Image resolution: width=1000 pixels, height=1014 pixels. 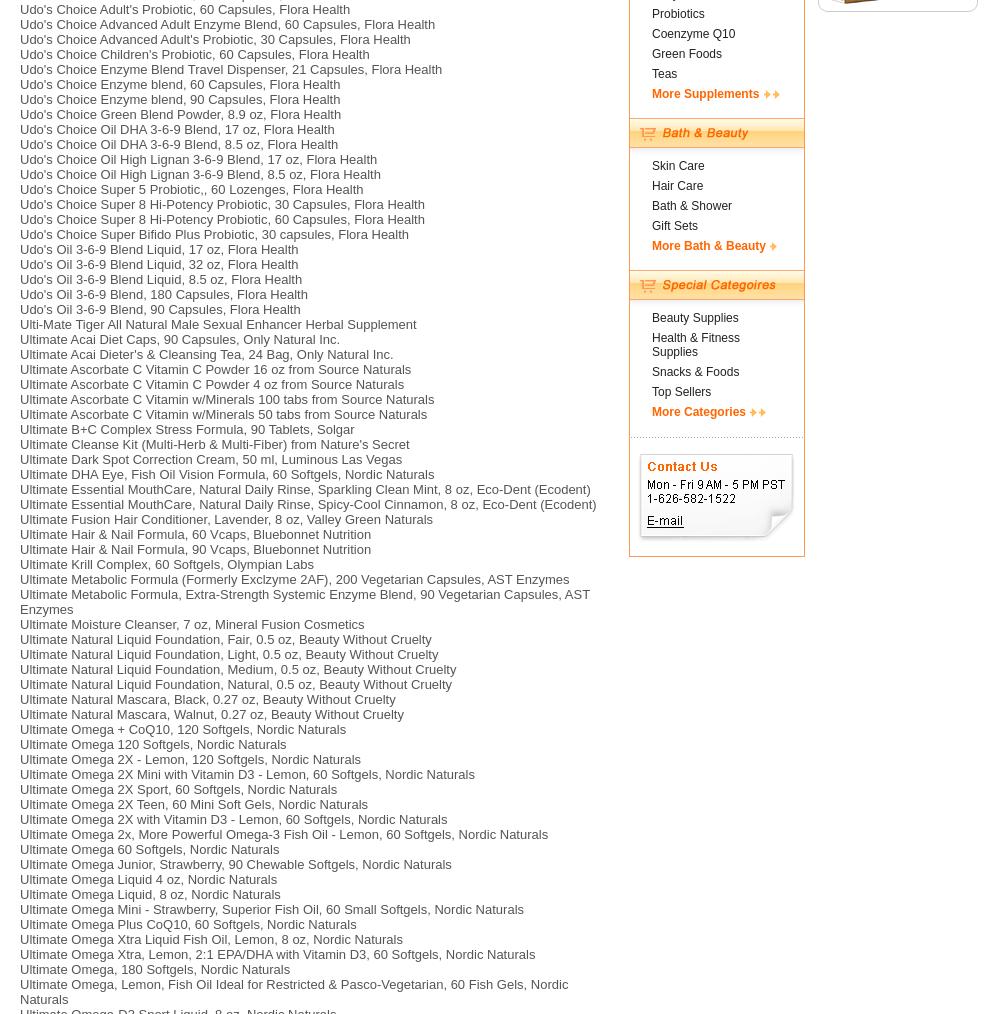 What do you see at coordinates (284, 834) in the screenshot?
I see `'Ultimate Omega 2x, More Powerful Omega-3 Fish Oil - Lemon, 60 Softgels, Nordic Naturals'` at bounding box center [284, 834].